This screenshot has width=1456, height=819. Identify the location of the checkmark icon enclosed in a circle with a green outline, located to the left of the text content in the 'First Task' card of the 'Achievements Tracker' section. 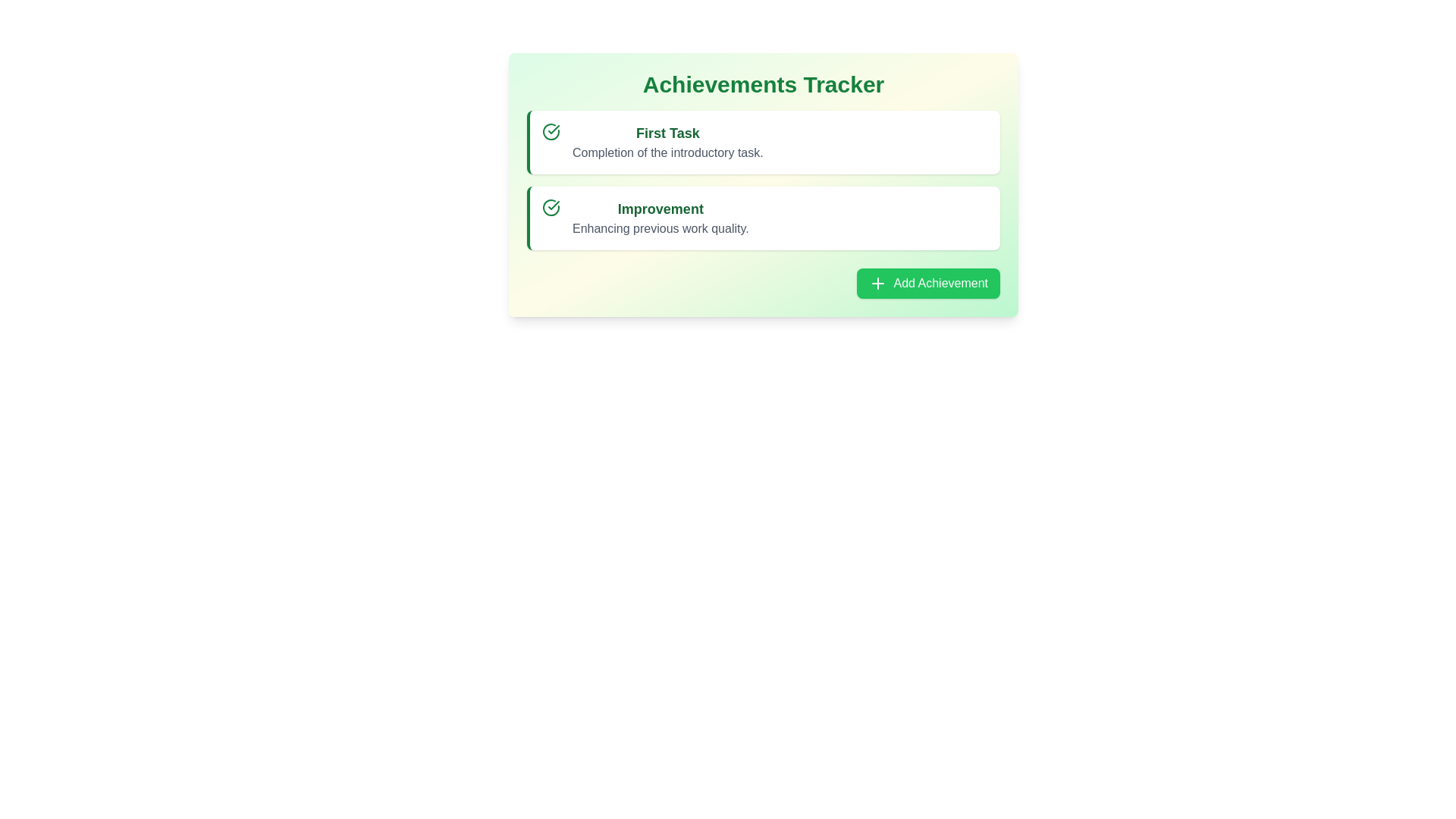
(550, 130).